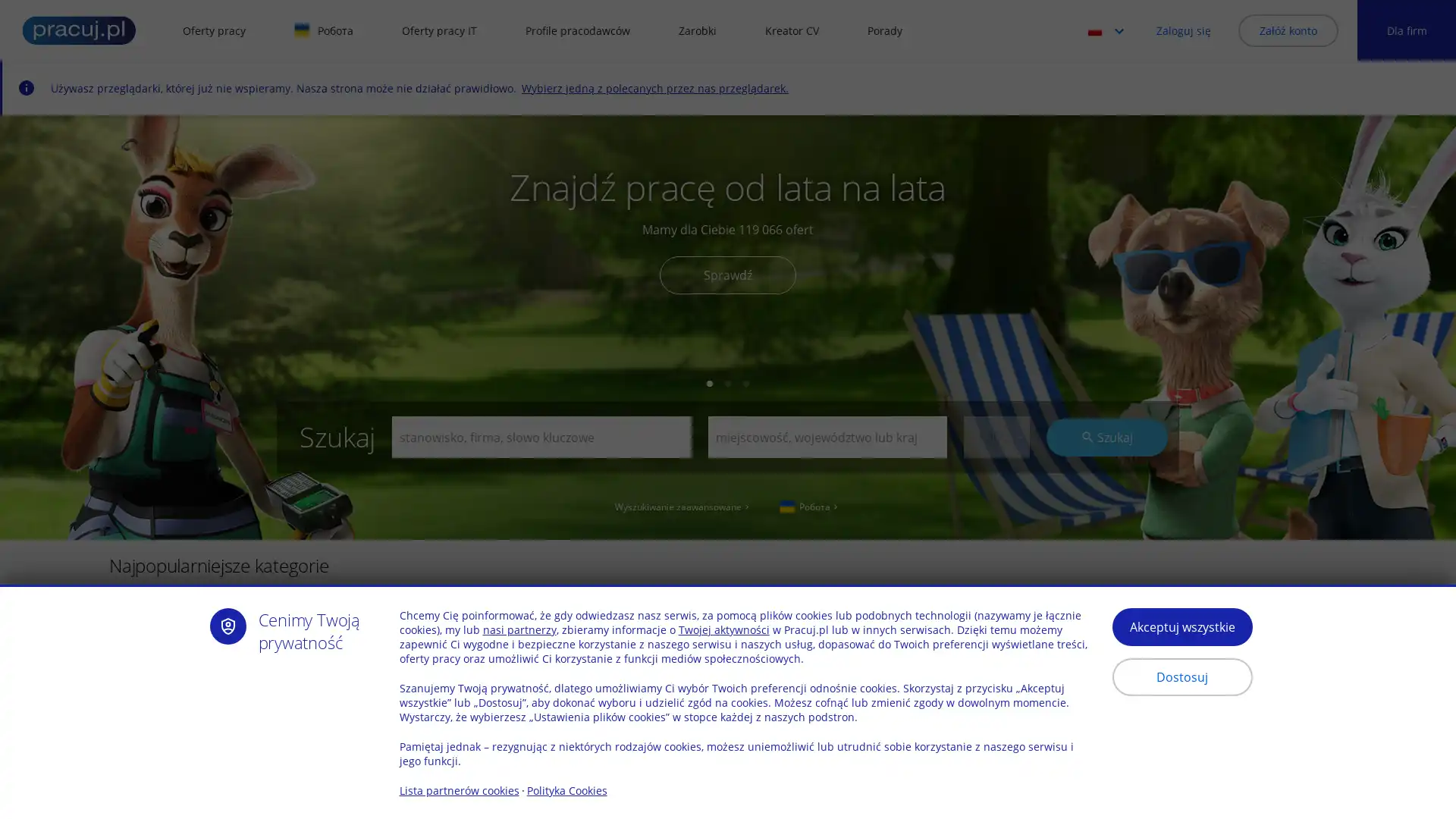 The height and width of the screenshot is (819, 1456). I want to click on Szukaj, so click(1106, 436).